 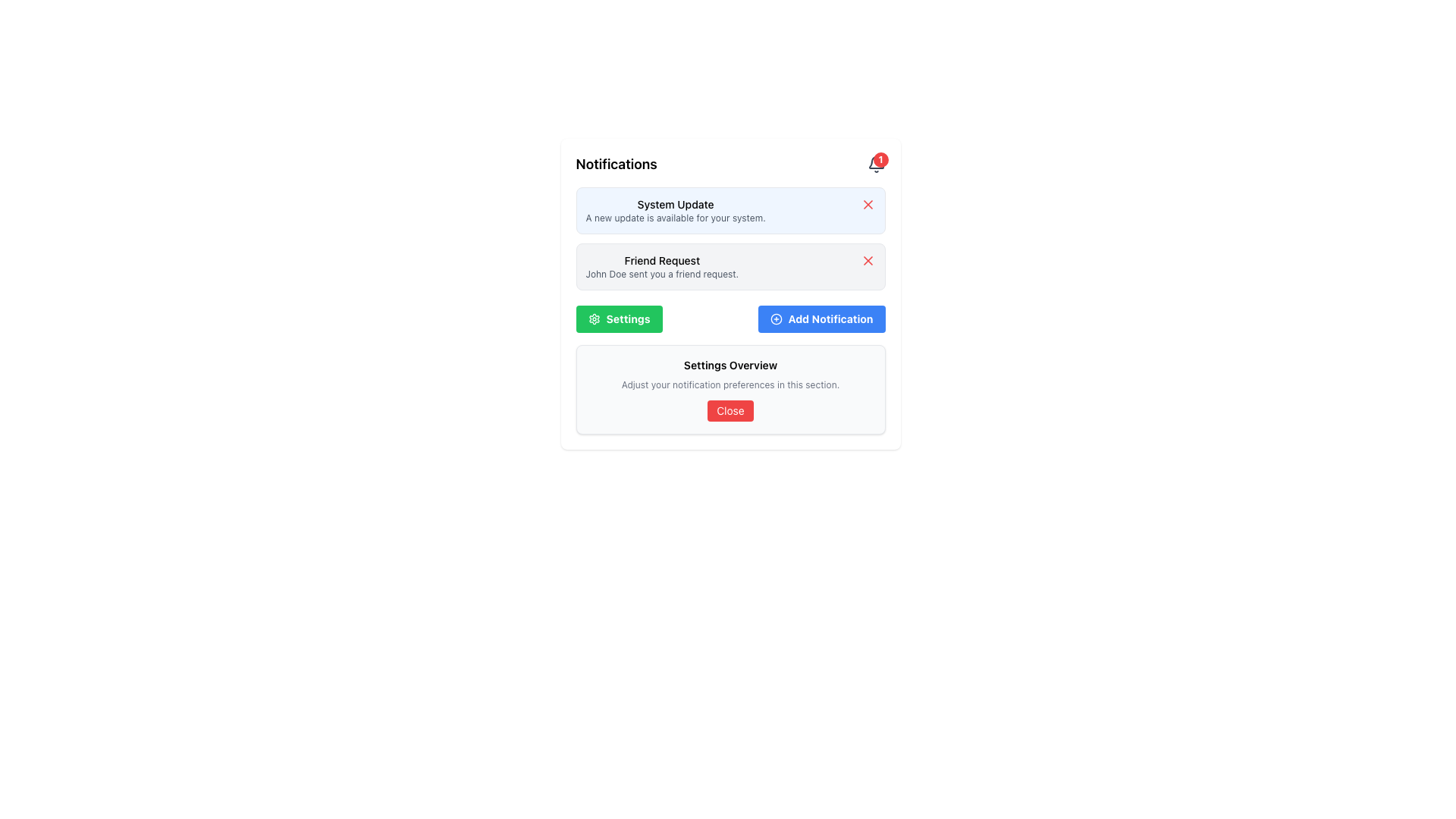 What do you see at coordinates (593, 318) in the screenshot?
I see `the gear-shaped settings icon located near the bottom-left corner of the 'Notifications' dialog box` at bounding box center [593, 318].